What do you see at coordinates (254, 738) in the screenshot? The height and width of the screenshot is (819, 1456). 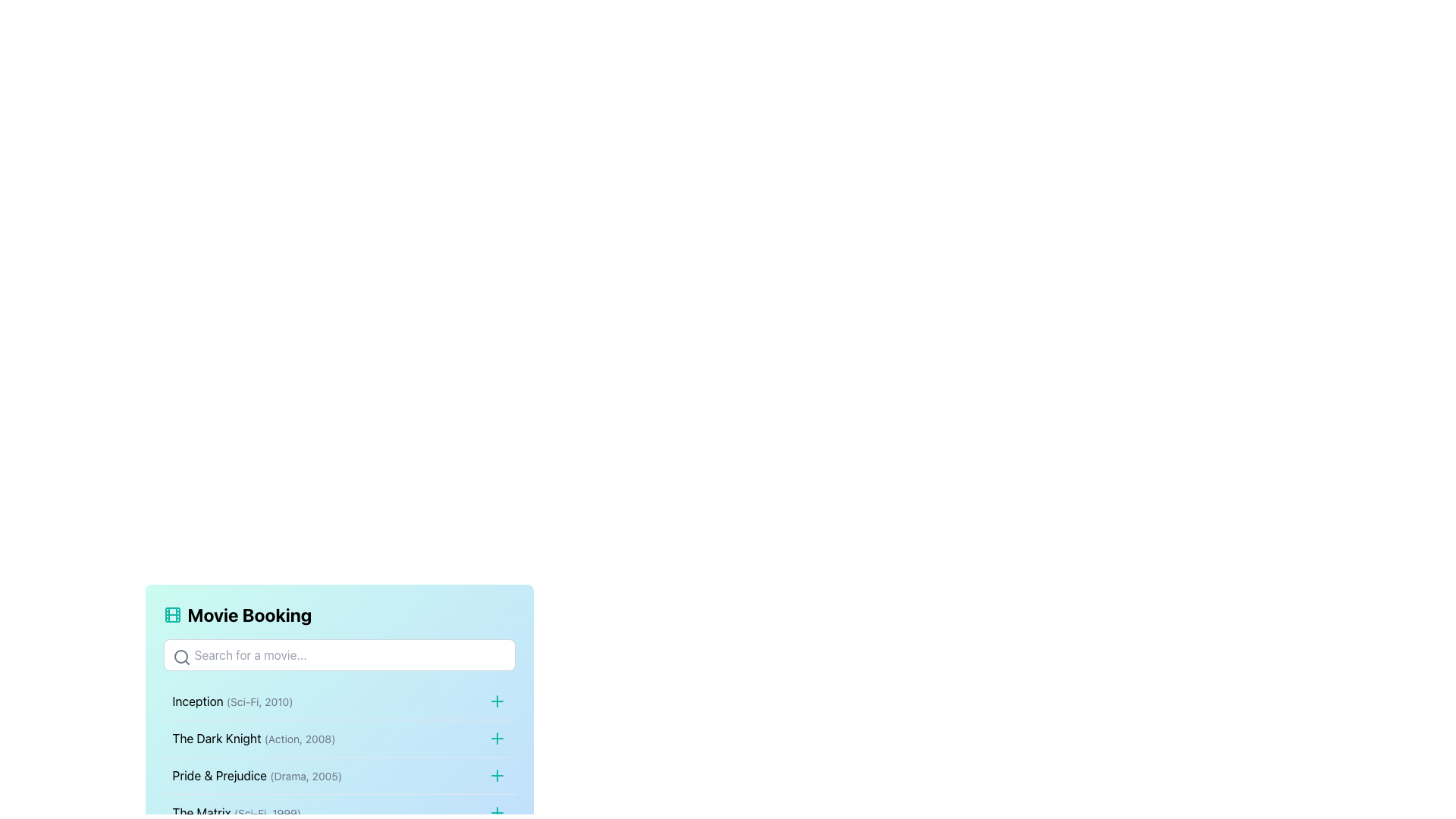 I see `the text block representing the movie 'The Dark Knight', which is the second item in the movie list, providing its title and details about its genre and release year` at bounding box center [254, 738].